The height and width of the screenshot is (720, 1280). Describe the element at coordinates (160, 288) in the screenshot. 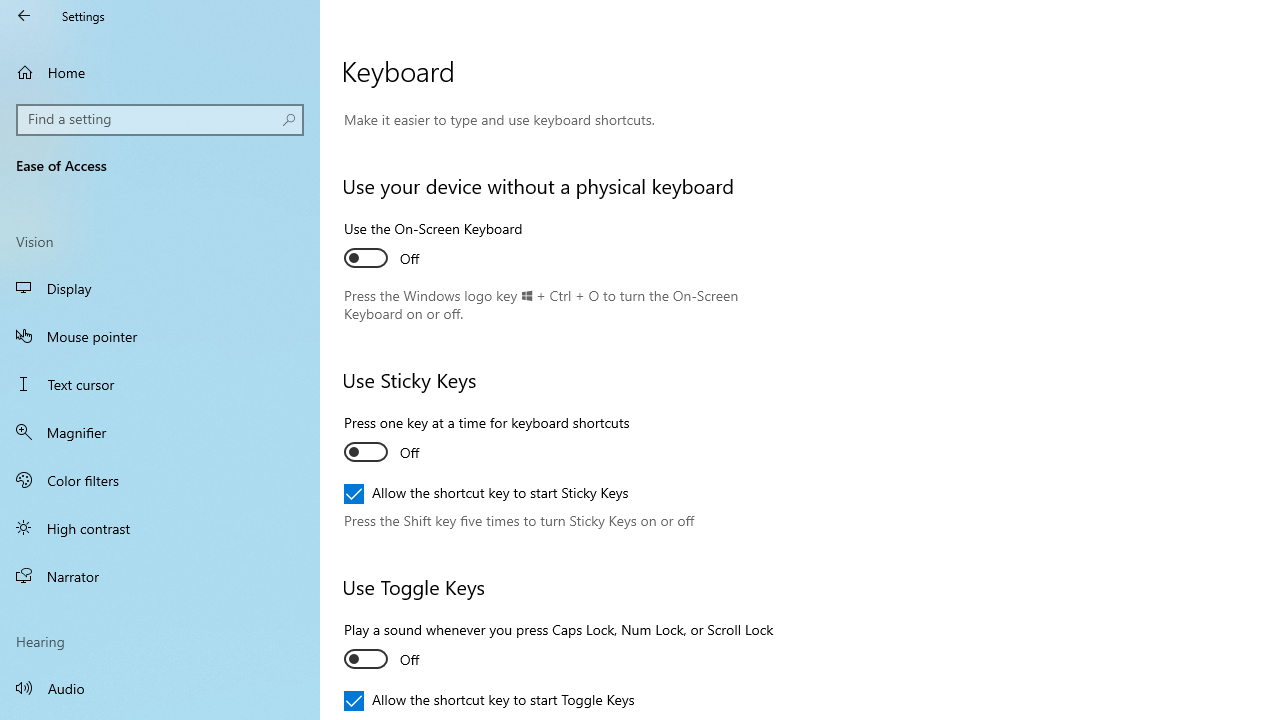

I see `'Display'` at that location.